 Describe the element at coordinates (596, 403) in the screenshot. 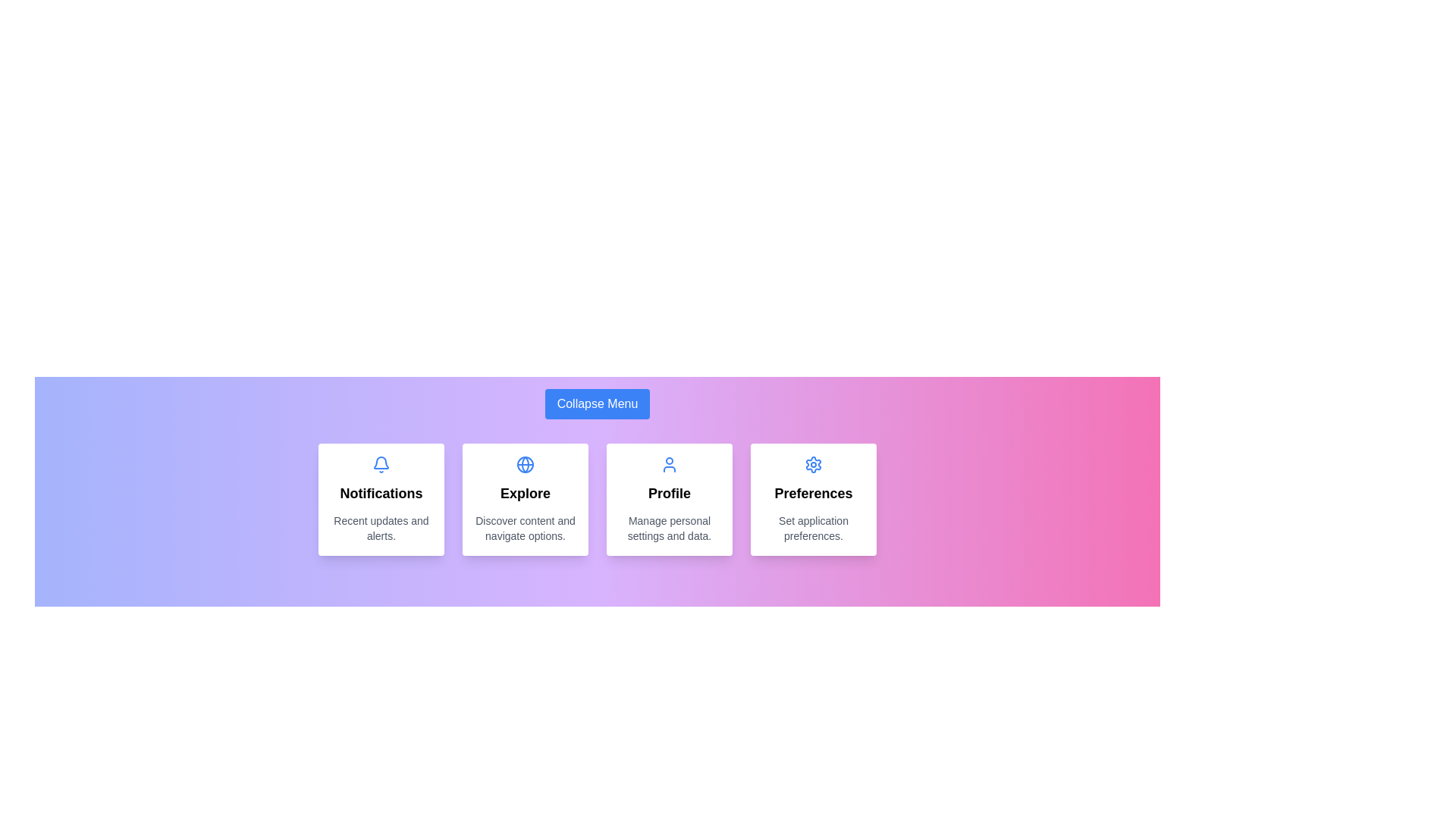

I see `the 'Collapse Menu' button to trigger its hover effect` at that location.